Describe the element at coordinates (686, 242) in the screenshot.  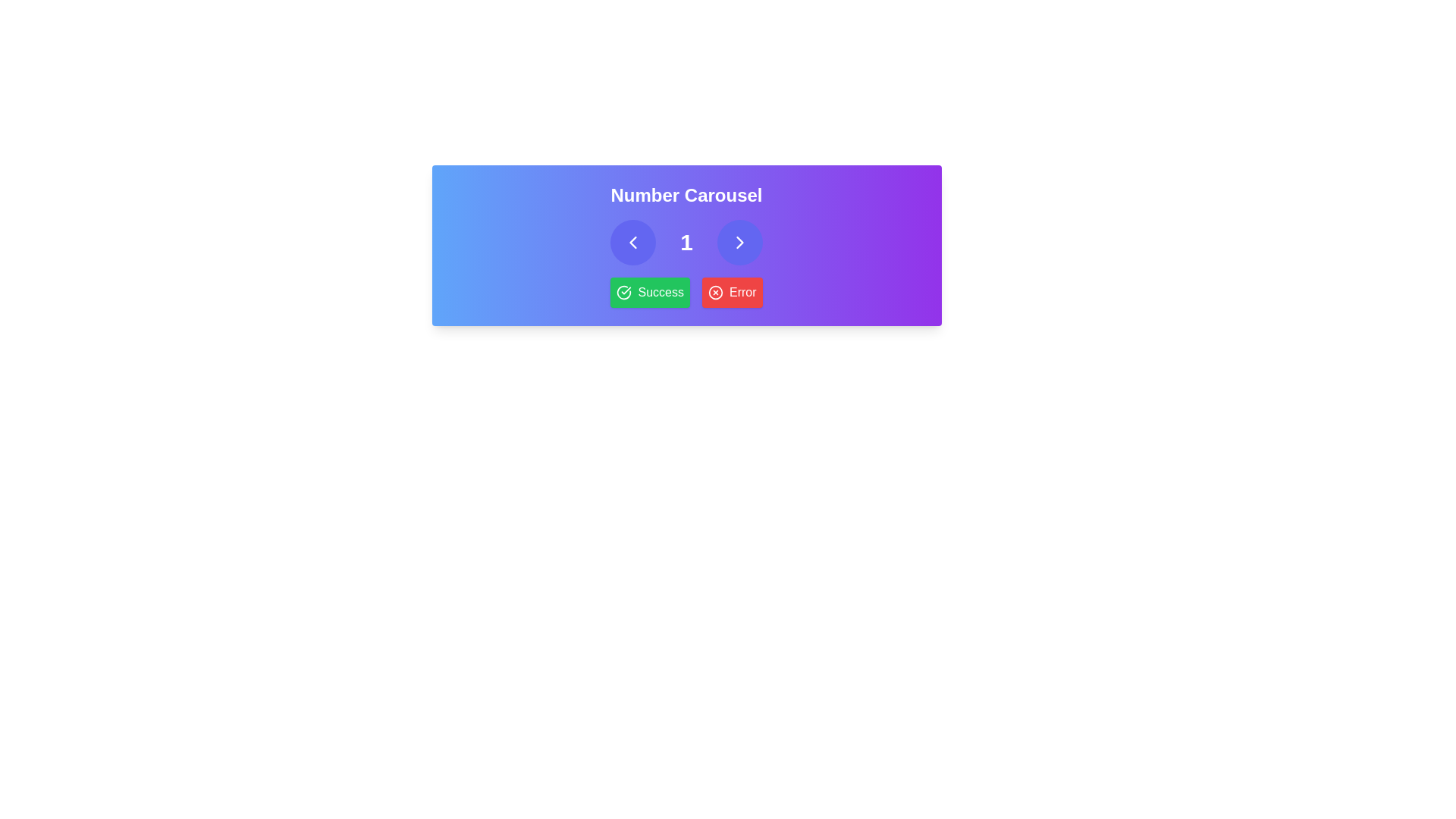
I see `the text element that indicates the current item or state within the number carousel, located in the center of a card-like component with a gradient background` at that location.